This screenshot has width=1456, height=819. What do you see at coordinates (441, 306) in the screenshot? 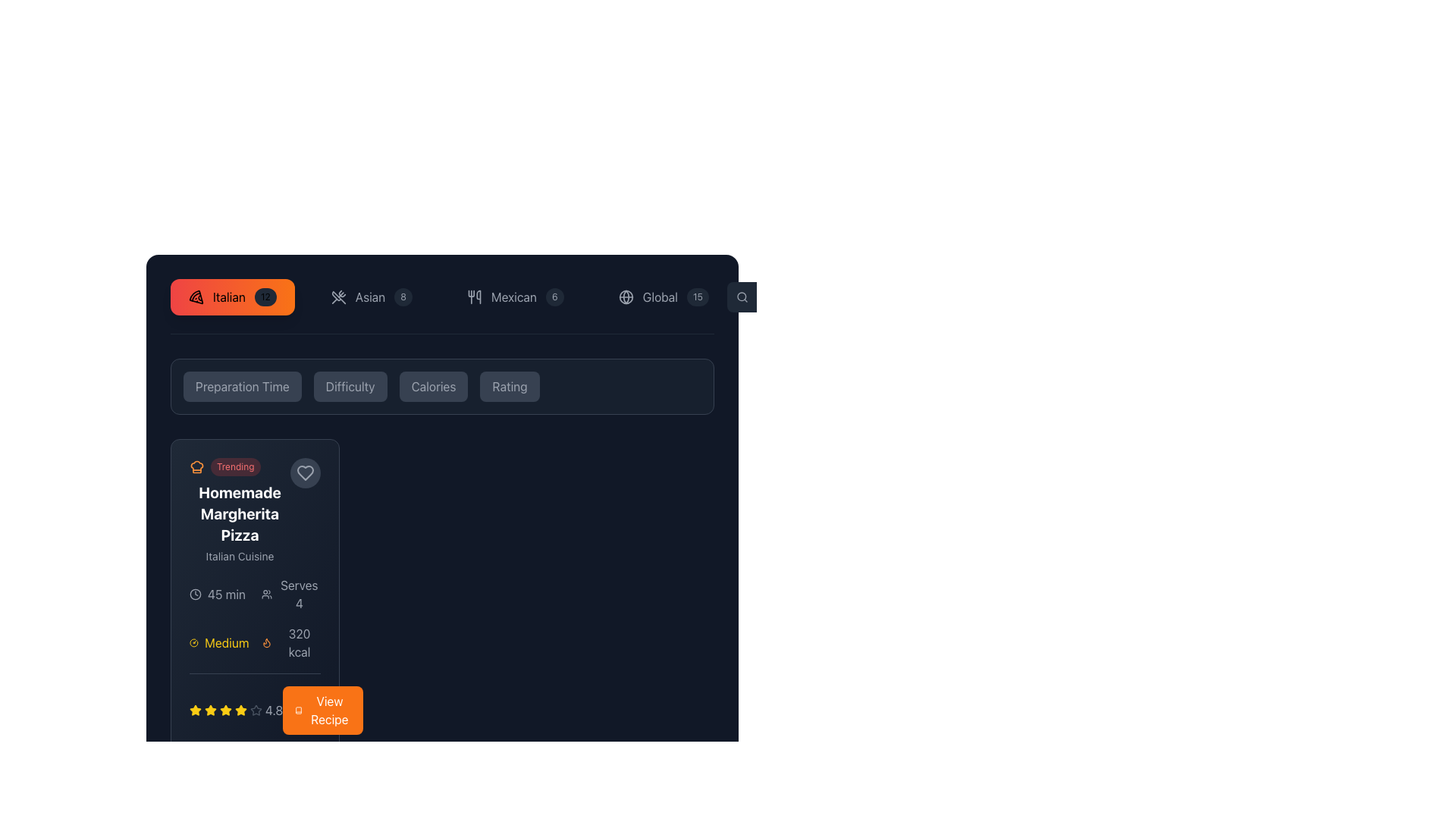
I see `the 'Italian' category in the Category filter bar` at bounding box center [441, 306].